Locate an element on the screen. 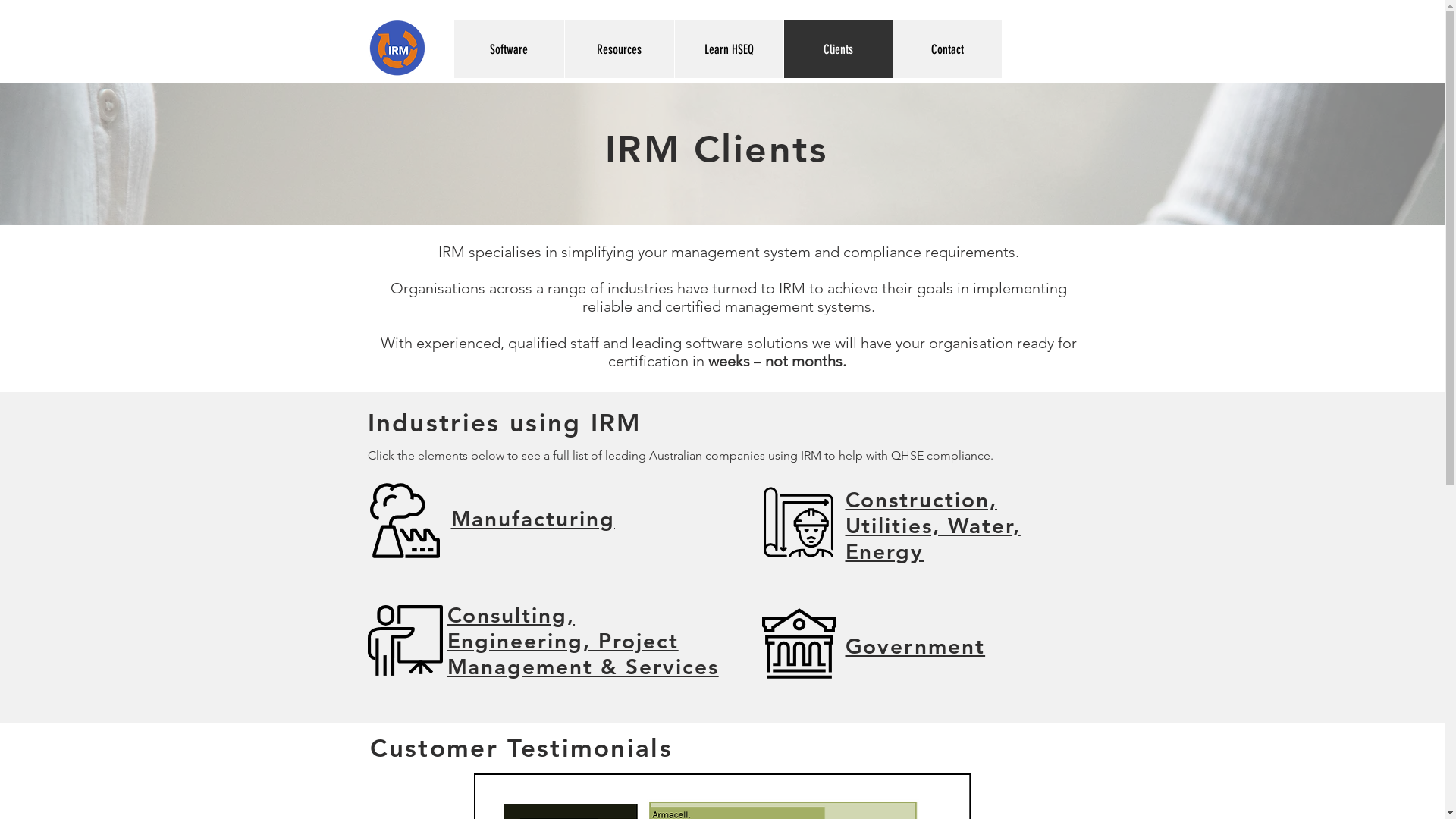 The image size is (1456, 819). 'Government' is located at coordinates (914, 646).